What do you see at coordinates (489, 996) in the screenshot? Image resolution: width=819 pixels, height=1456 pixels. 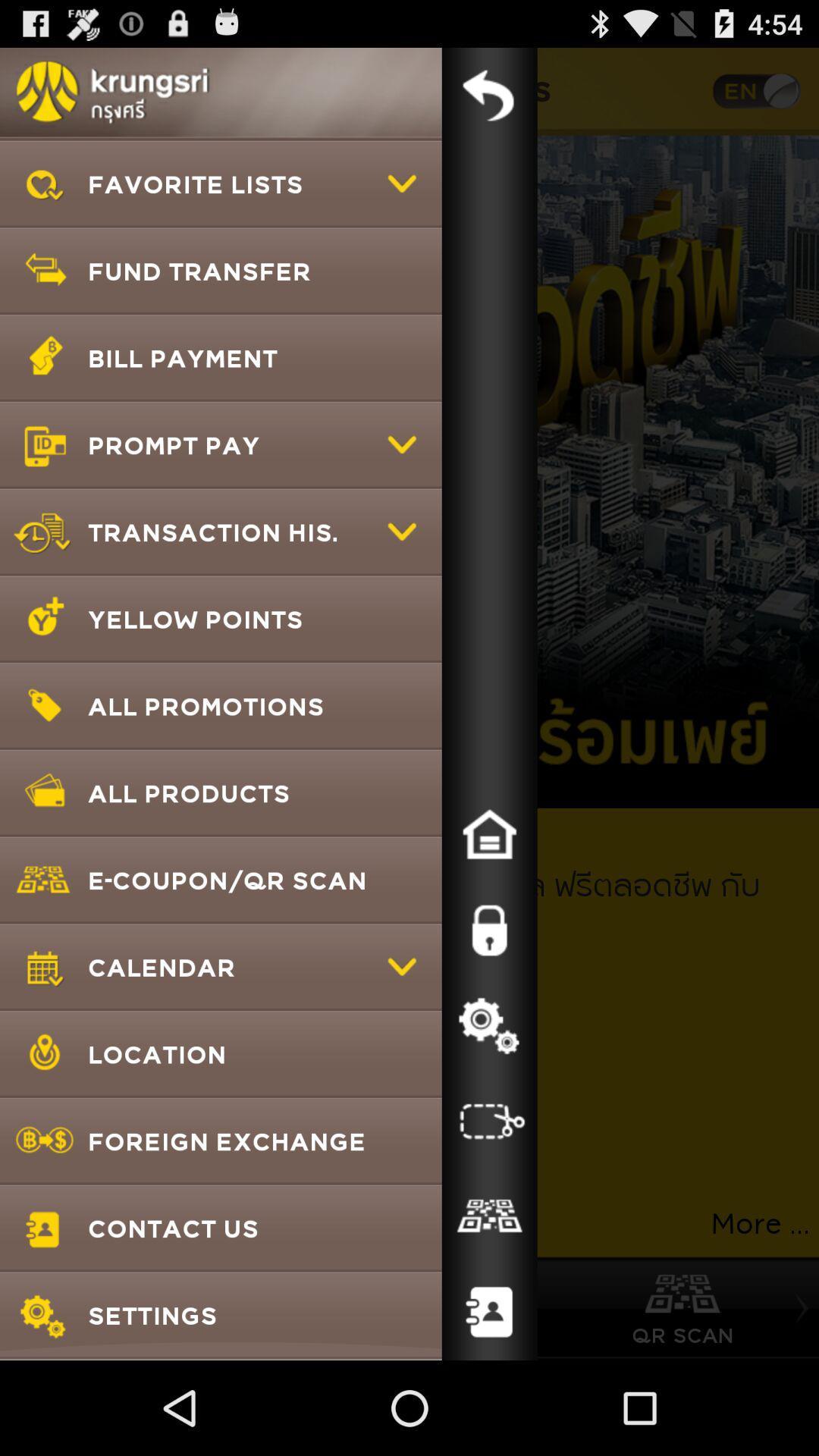 I see `the lock icon` at bounding box center [489, 996].